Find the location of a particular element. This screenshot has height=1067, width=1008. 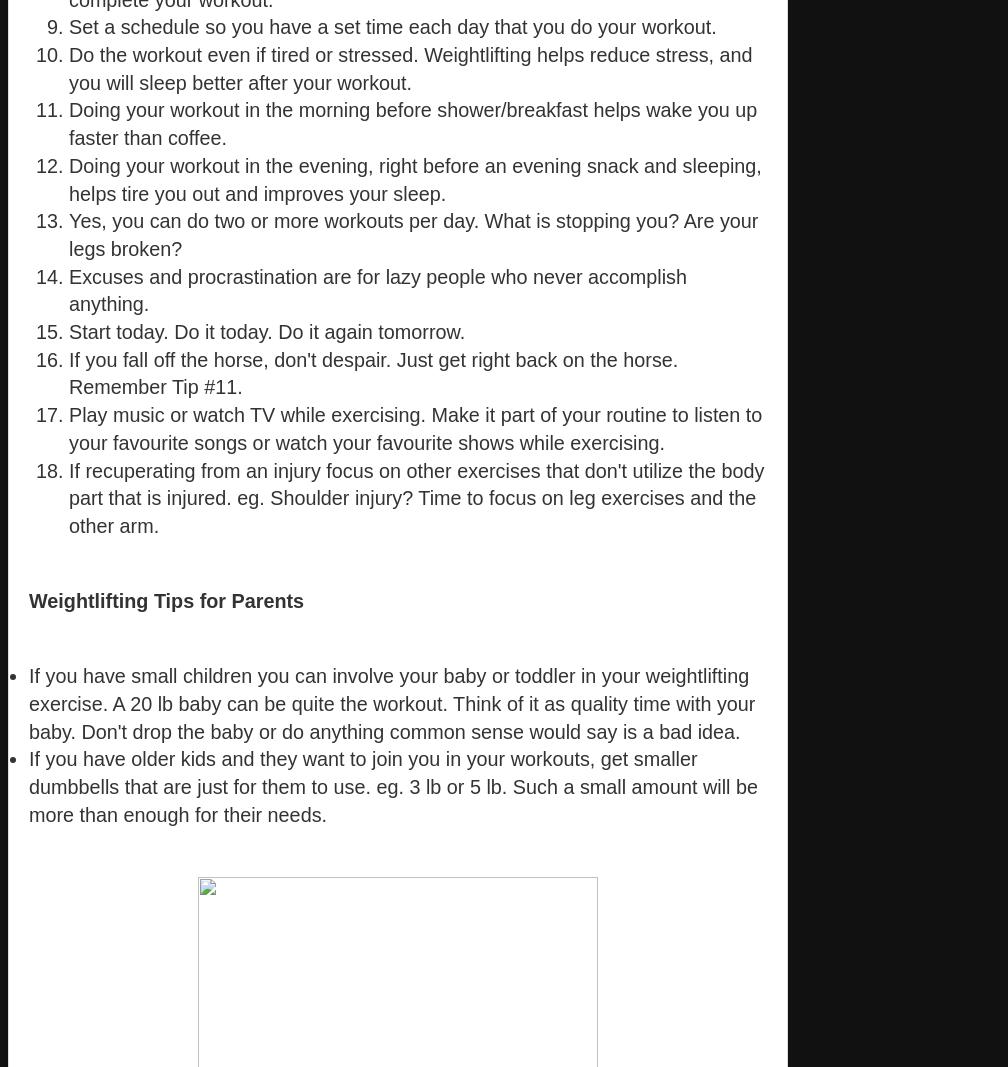

'If recuperating from an injury focus on other exercises that don't utilize the body part that is injured. eg. Shoulder injury? Time to focus on leg exercises and the other arm.' is located at coordinates (416, 496).